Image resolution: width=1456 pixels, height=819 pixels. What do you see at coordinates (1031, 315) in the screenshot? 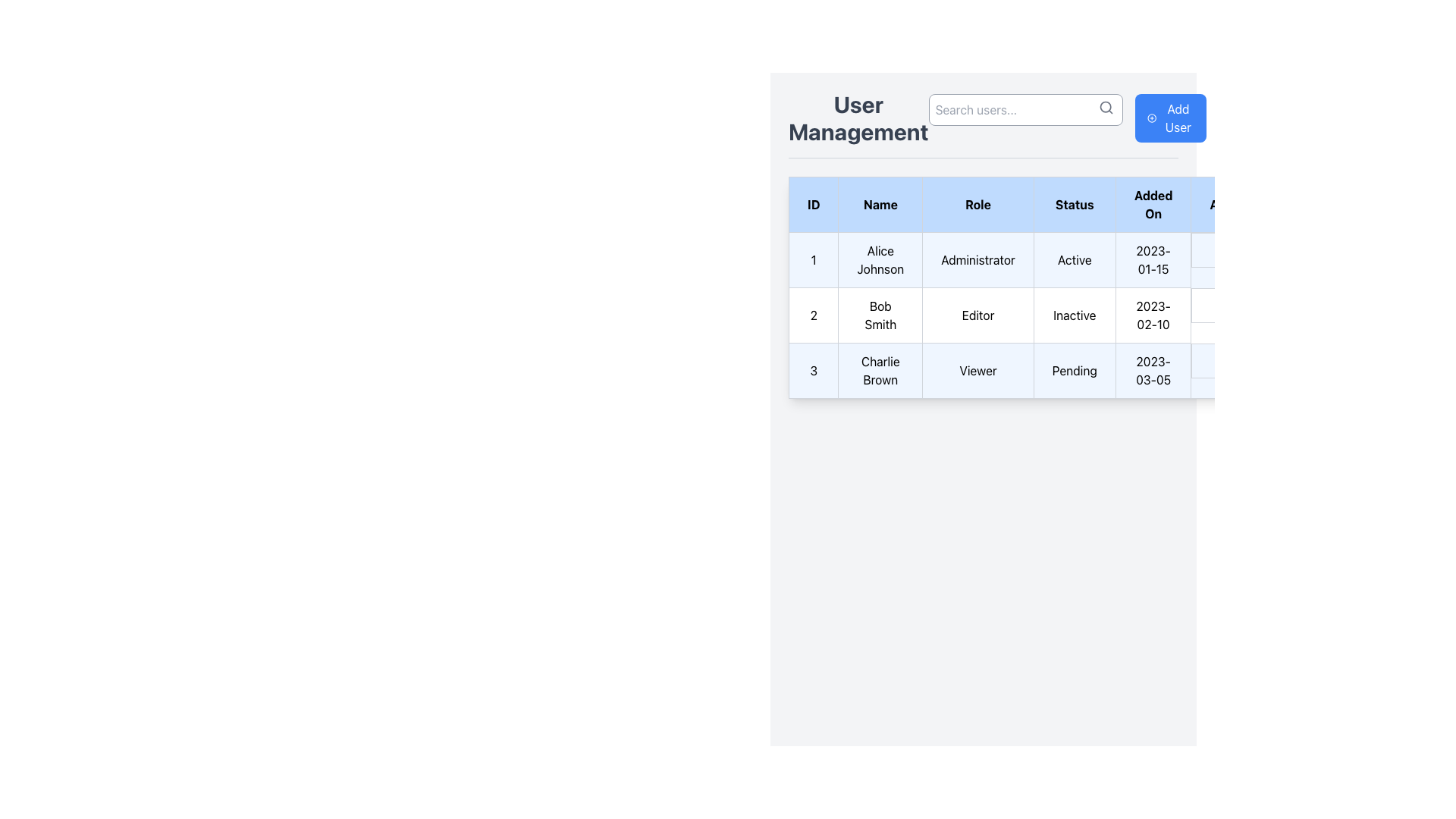
I see `the second row in the table, which includes details for 'Bob Smith', 'Editor', 'Inactive', and '2023-02-10', located between the rows for 'Alice Johnson' and 'Charlie Brown'` at bounding box center [1031, 315].